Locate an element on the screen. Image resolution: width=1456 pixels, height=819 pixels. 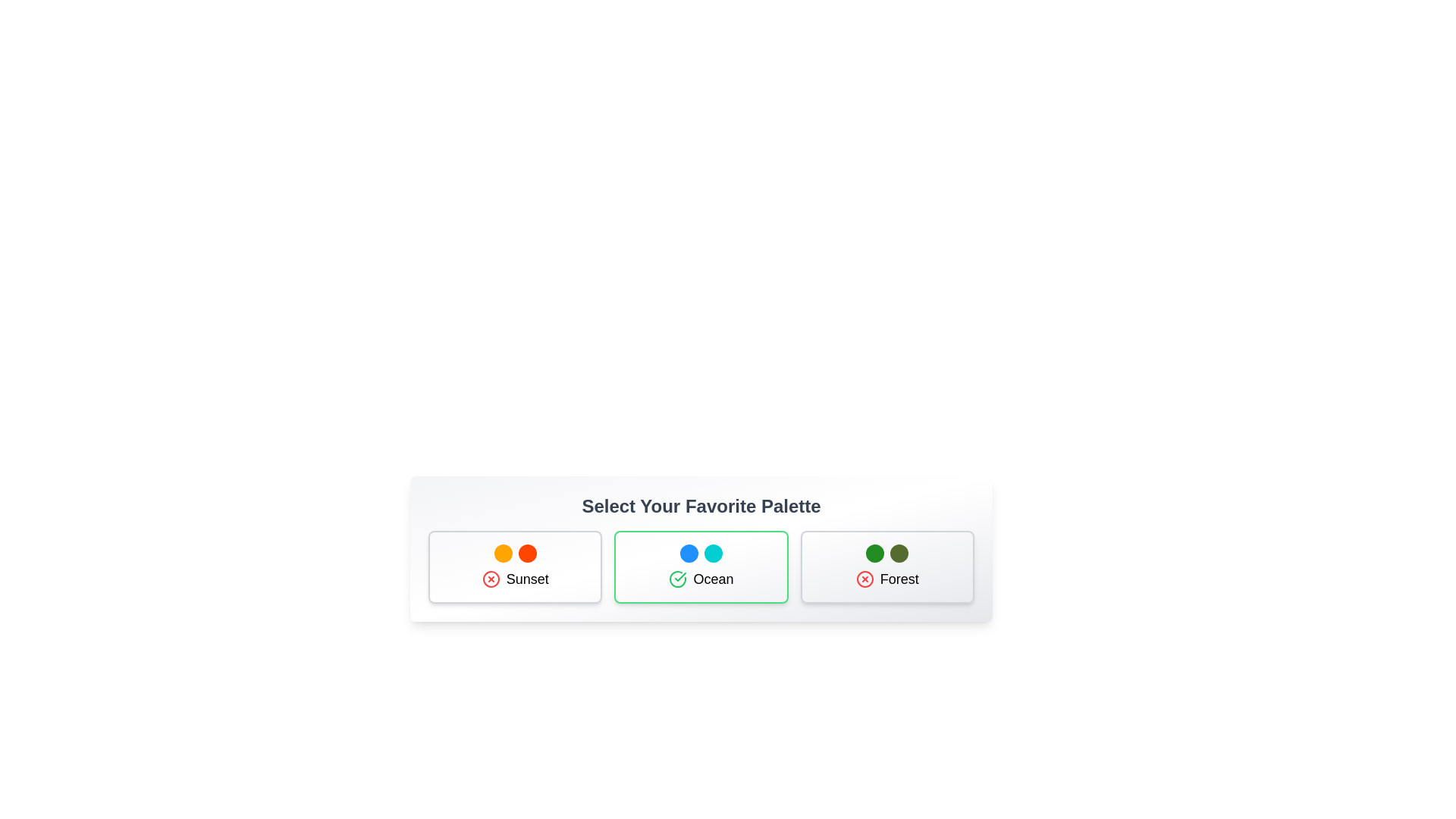
the palette Sunset by clicking on its card is located at coordinates (515, 567).